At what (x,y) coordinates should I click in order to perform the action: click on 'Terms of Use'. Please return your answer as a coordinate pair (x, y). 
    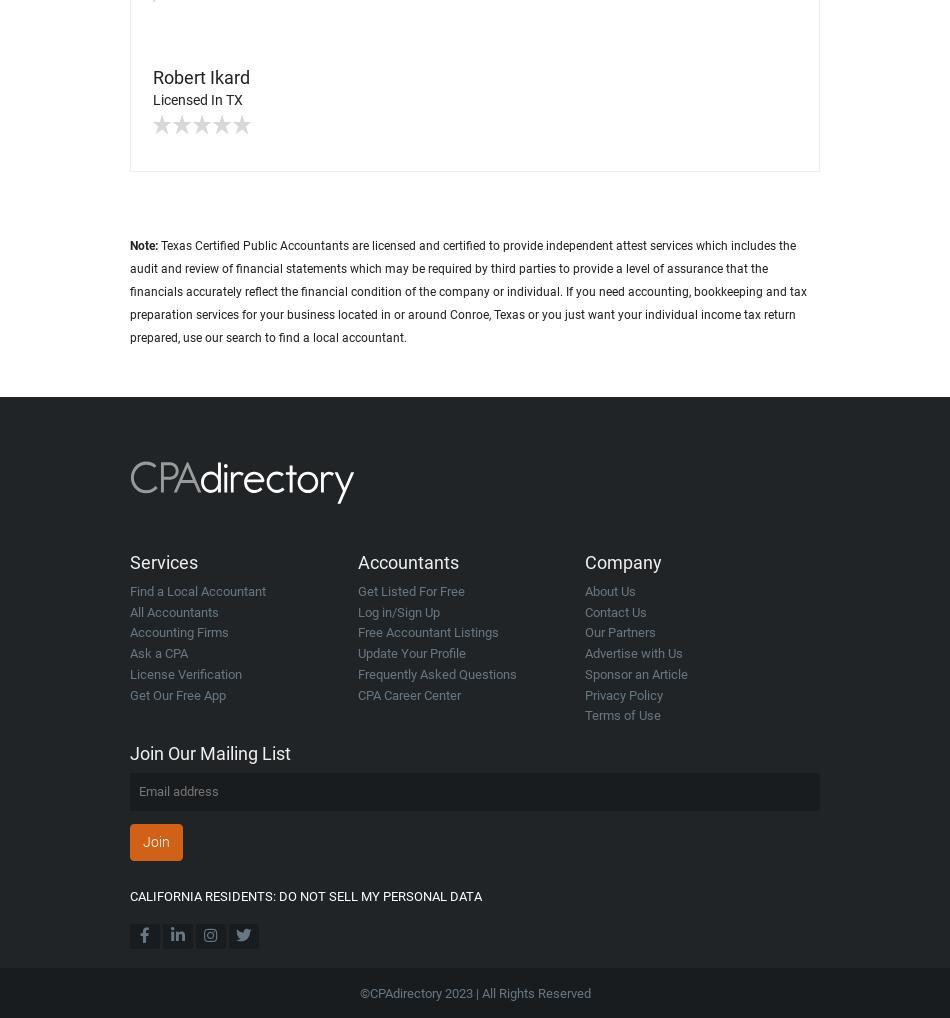
    Looking at the image, I should click on (623, 714).